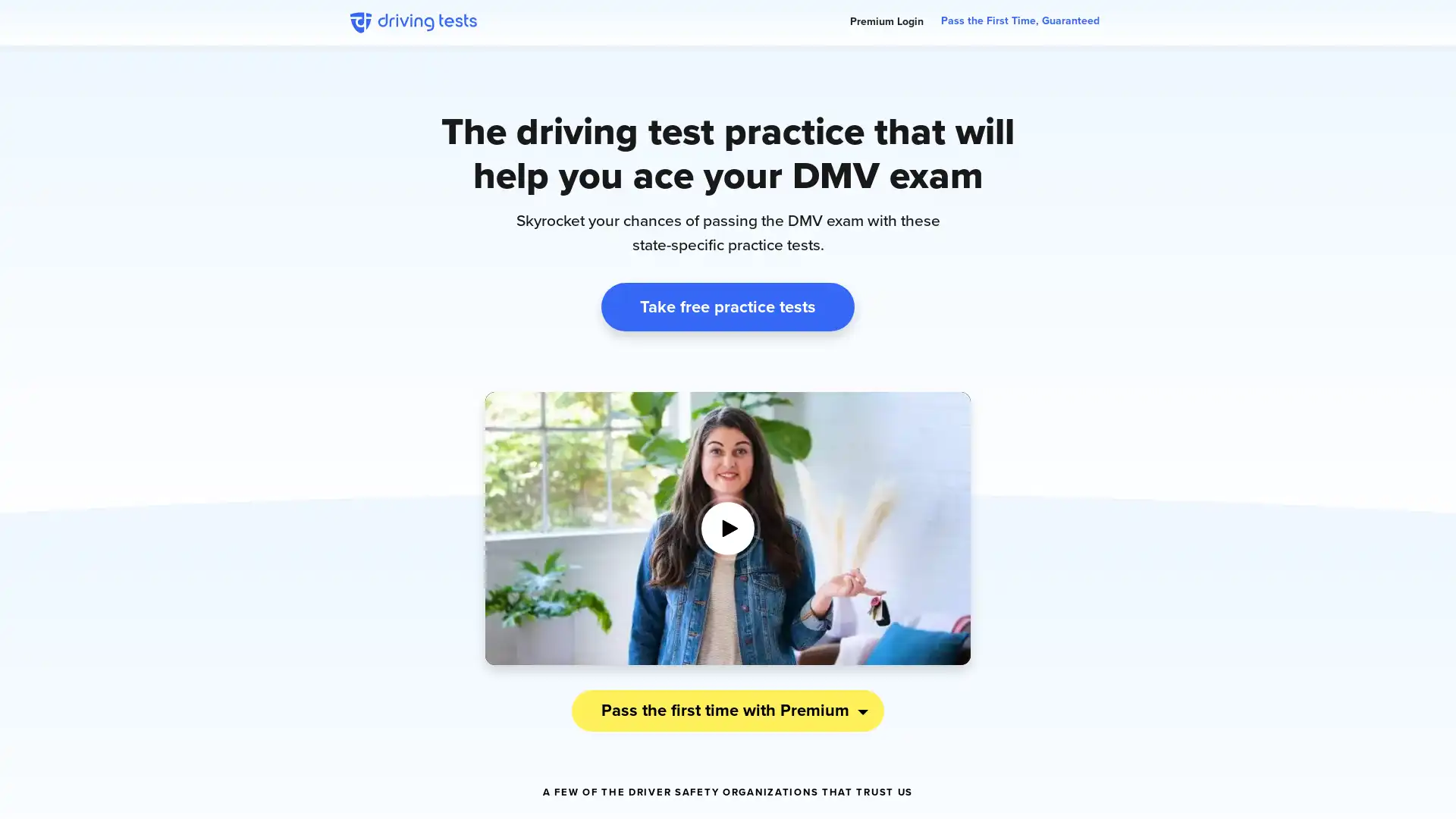  I want to click on Take free practice tests, so click(728, 306).